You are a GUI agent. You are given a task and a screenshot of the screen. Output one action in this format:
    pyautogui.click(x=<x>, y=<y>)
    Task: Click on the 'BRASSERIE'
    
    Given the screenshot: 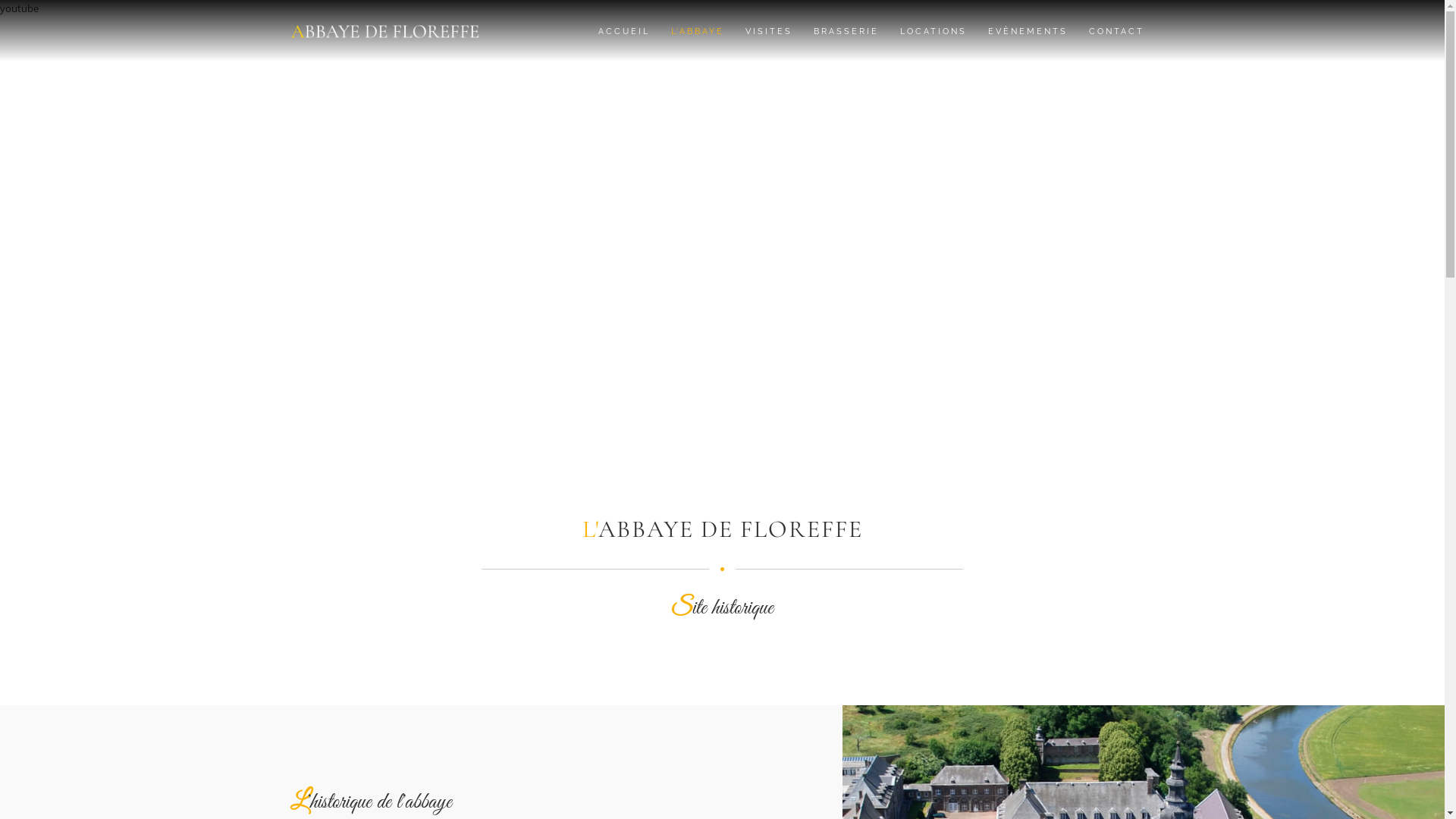 What is the action you would take?
    pyautogui.click(x=844, y=29)
    